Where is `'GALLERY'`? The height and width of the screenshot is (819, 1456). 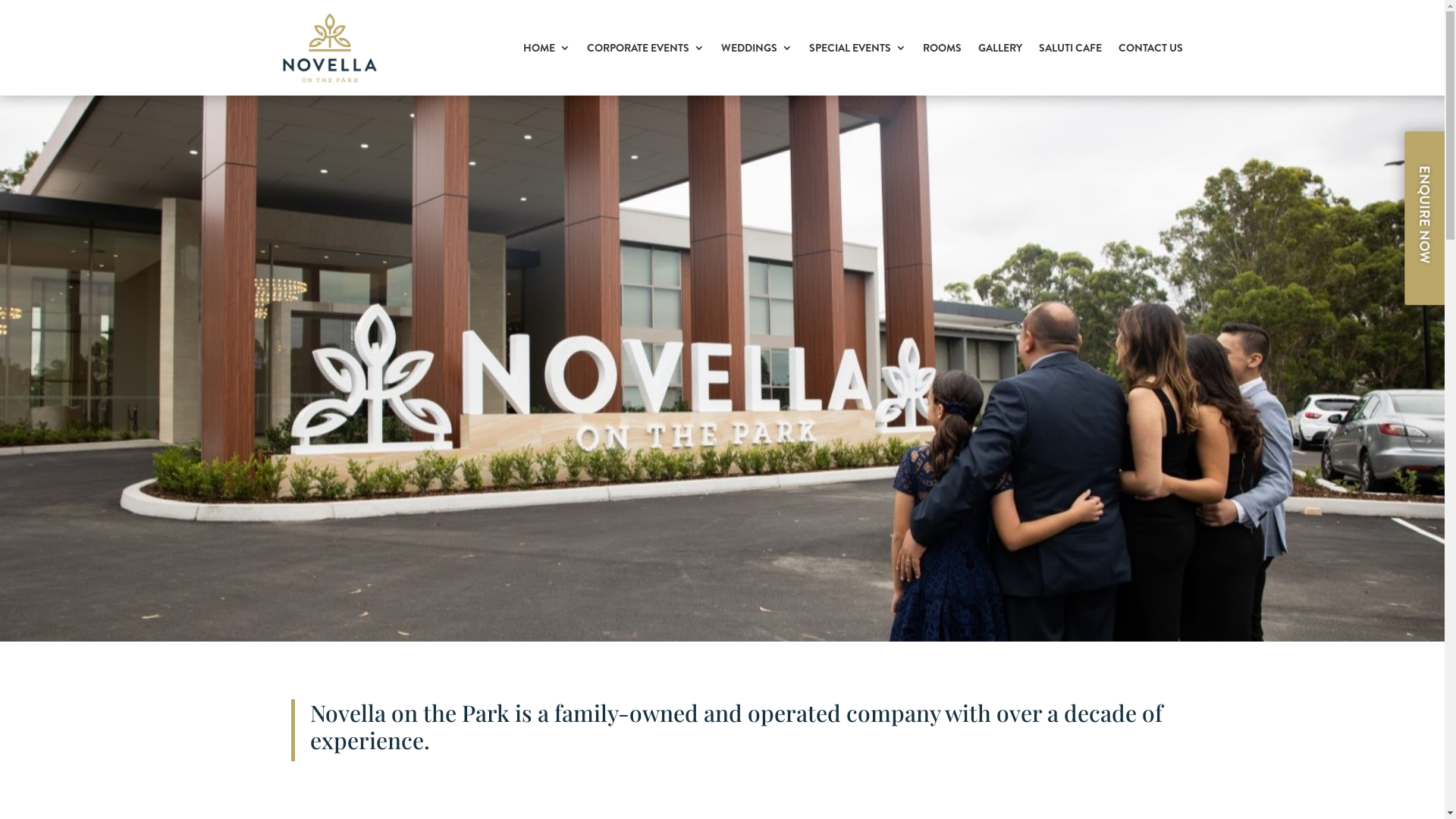
'GALLERY' is located at coordinates (1000, 46).